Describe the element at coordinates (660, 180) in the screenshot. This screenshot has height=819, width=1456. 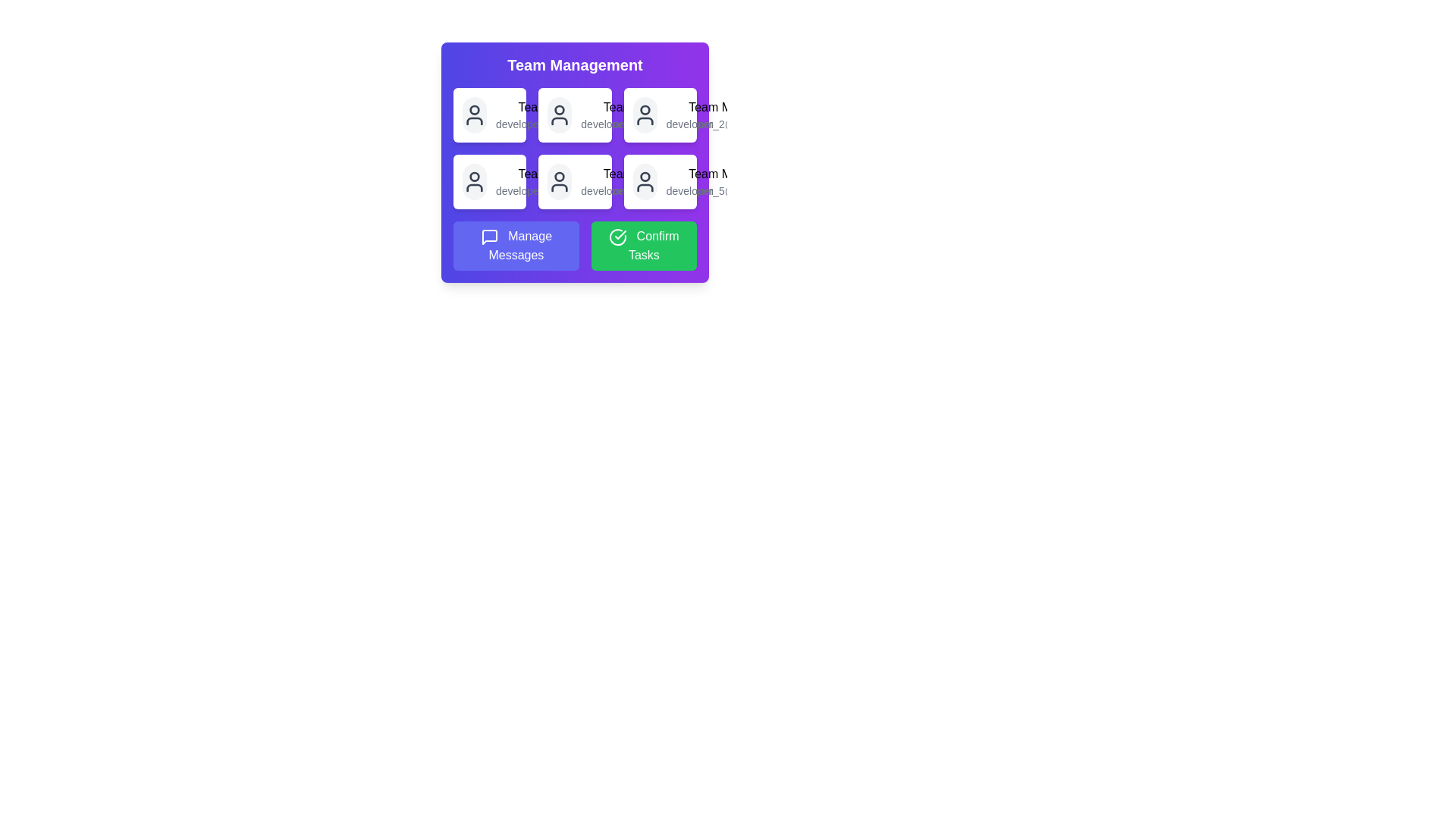
I see `the Card component displaying 'Team Member 6' and 'developer_5@example.com' located in the second row, on the right side of a 3x2 grid layout within the 'Team Management' panel` at that location.